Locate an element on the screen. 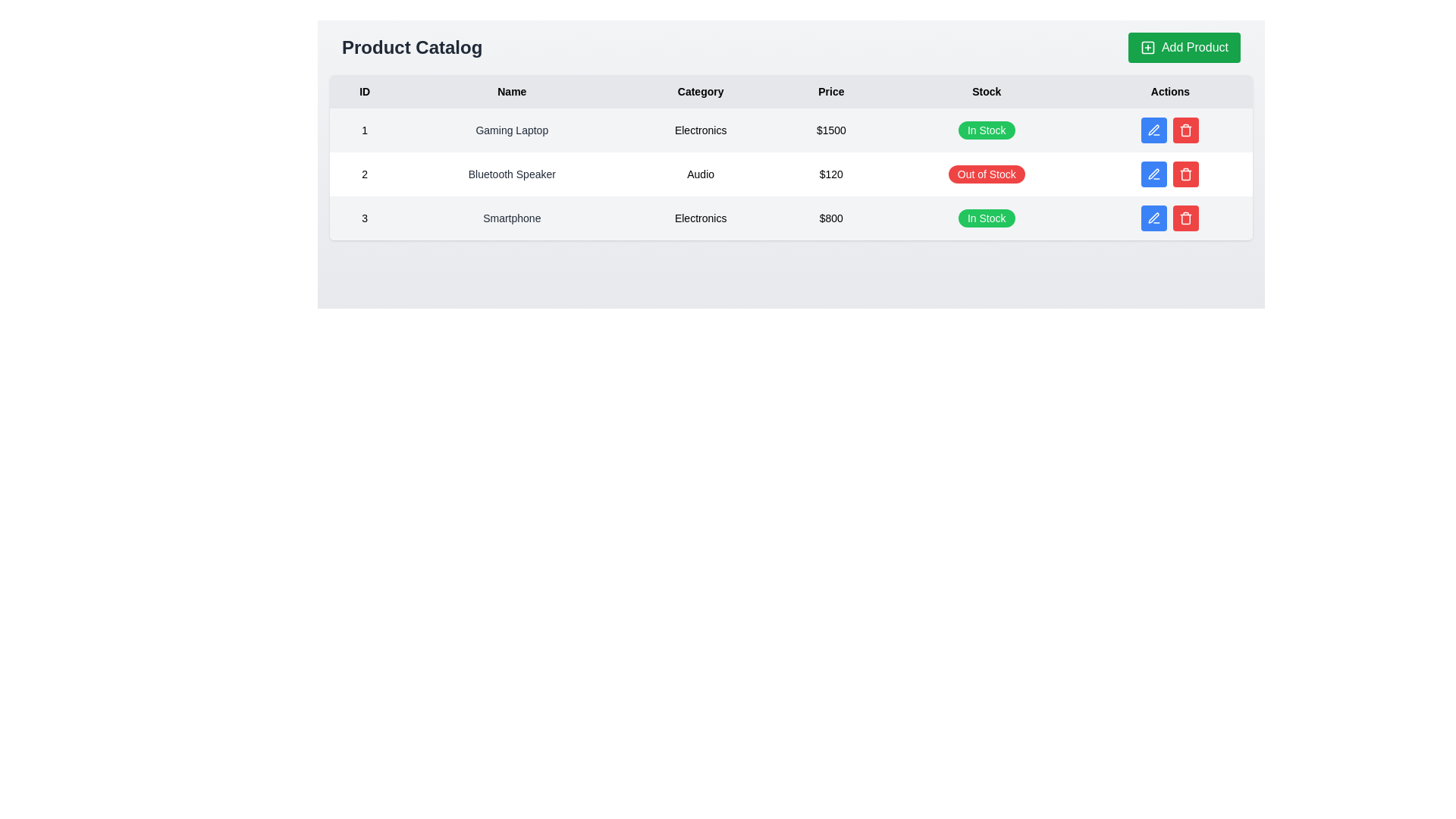 This screenshot has height=819, width=1456. 'ID' column header cell located in the first column of the table header, which precedes the 'Name', 'Category', 'Price', 'Stock', and 'Actions' columns is located at coordinates (365, 91).